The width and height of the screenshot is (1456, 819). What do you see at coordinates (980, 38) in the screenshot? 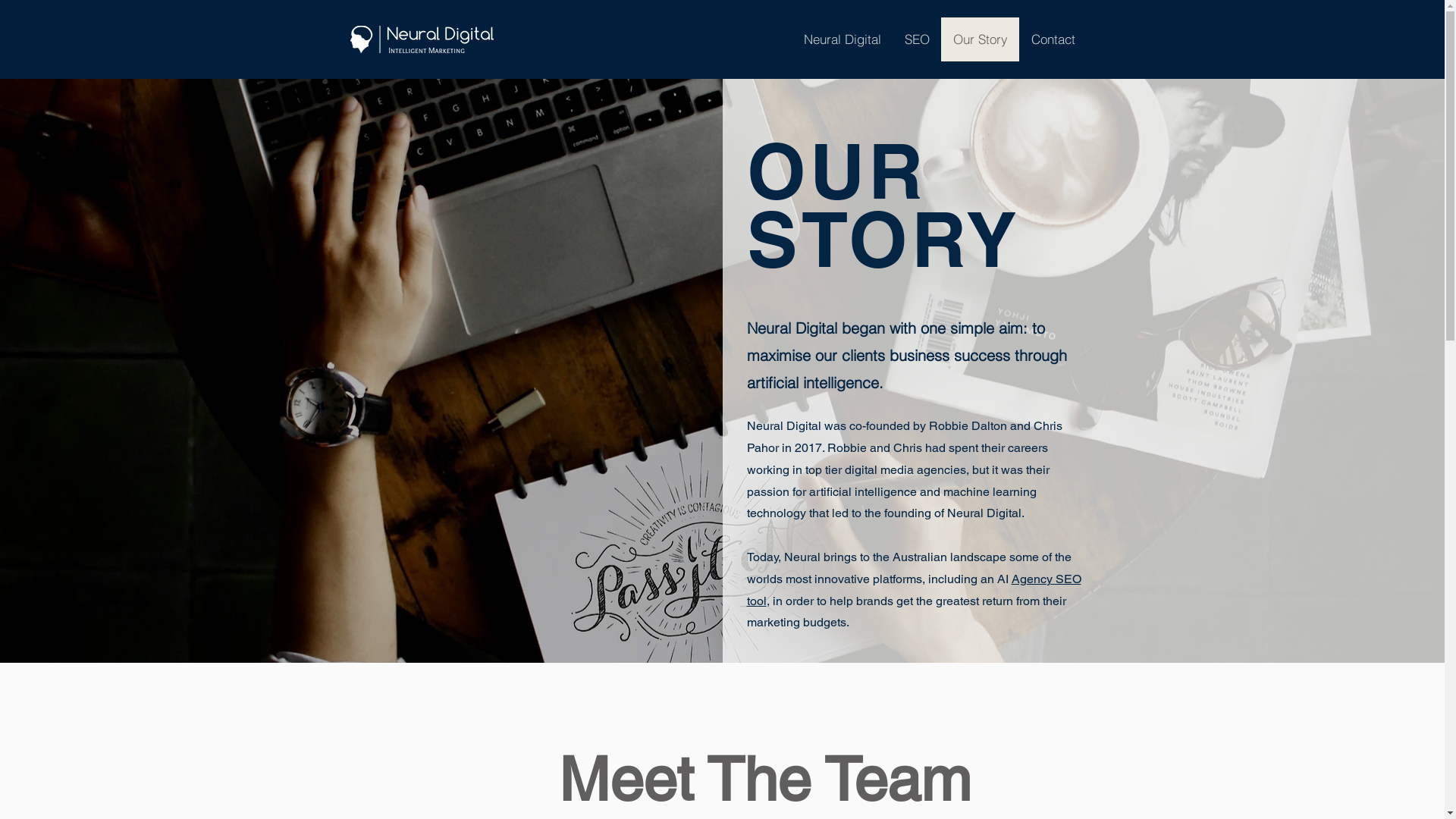
I see `'Our Story'` at bounding box center [980, 38].